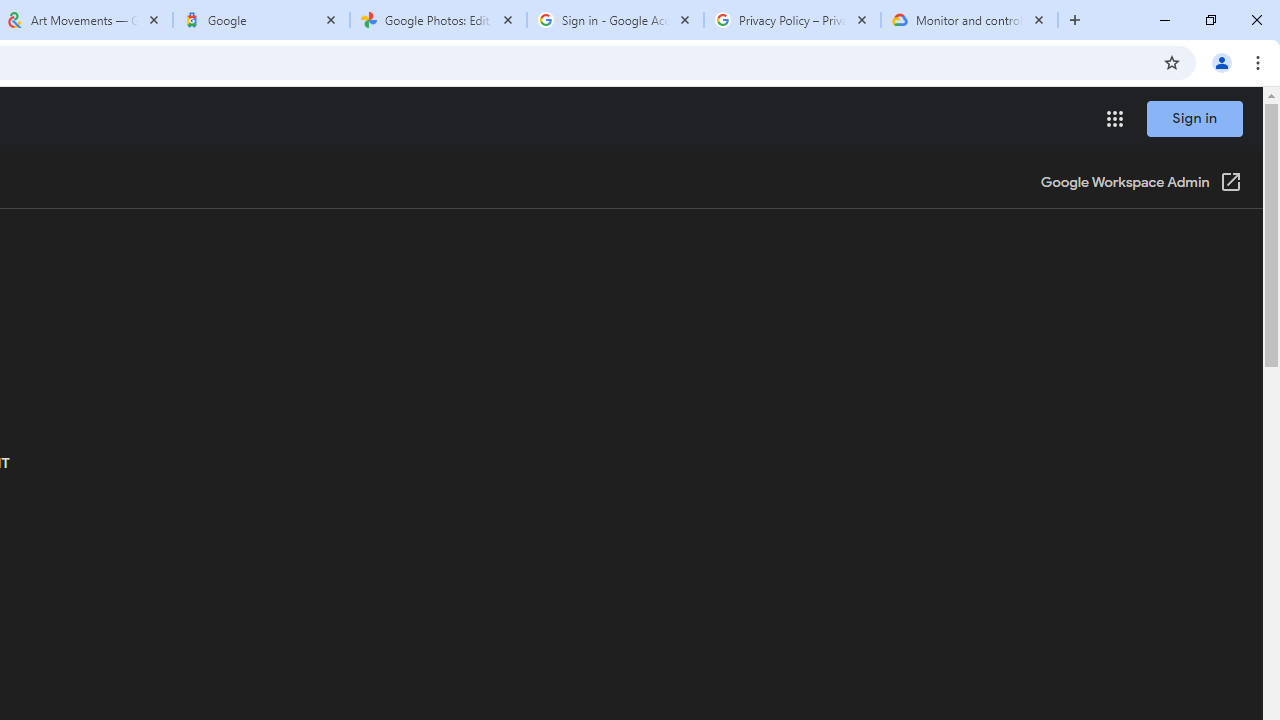  I want to click on 'Sign in - Google Accounts', so click(614, 20).